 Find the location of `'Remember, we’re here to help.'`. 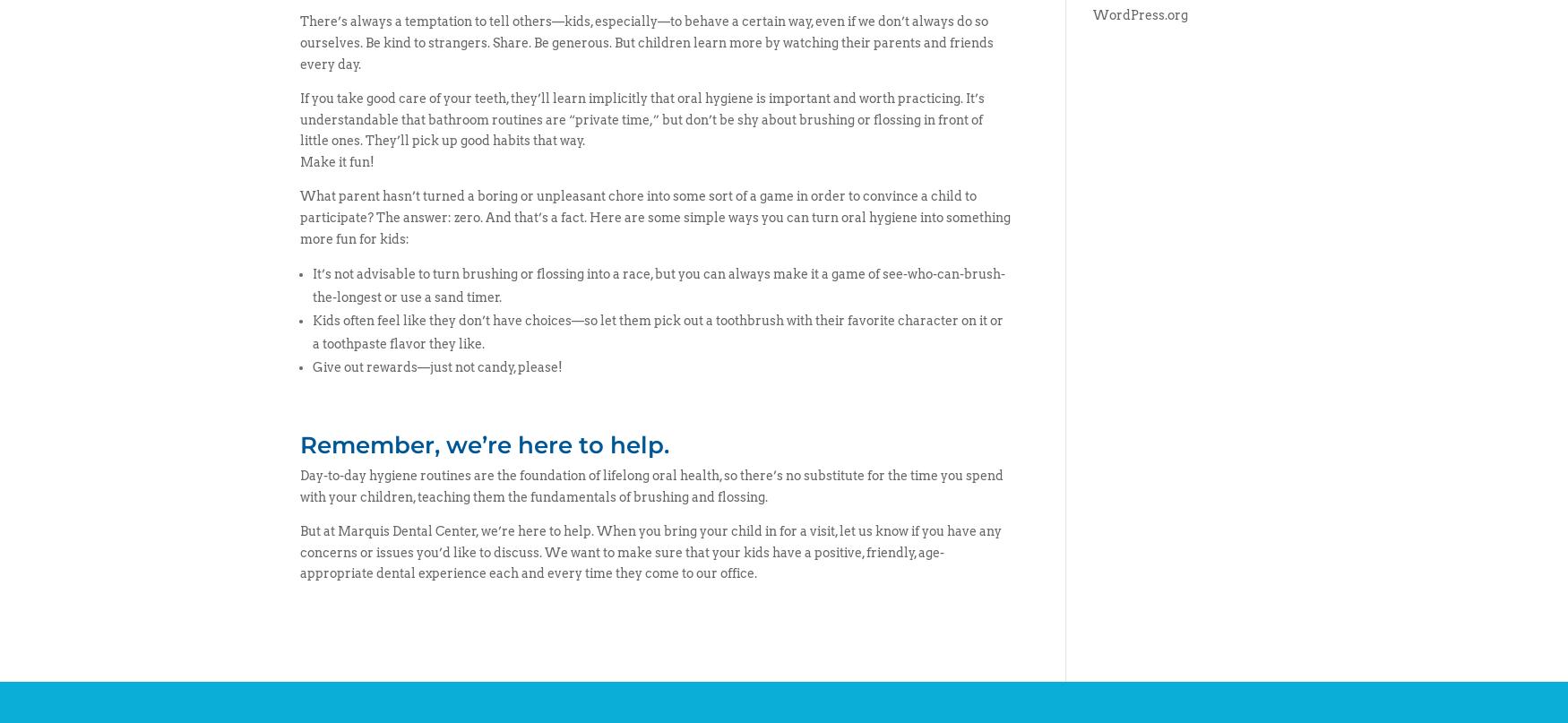

'Remember, we’re here to help.' is located at coordinates (483, 445).